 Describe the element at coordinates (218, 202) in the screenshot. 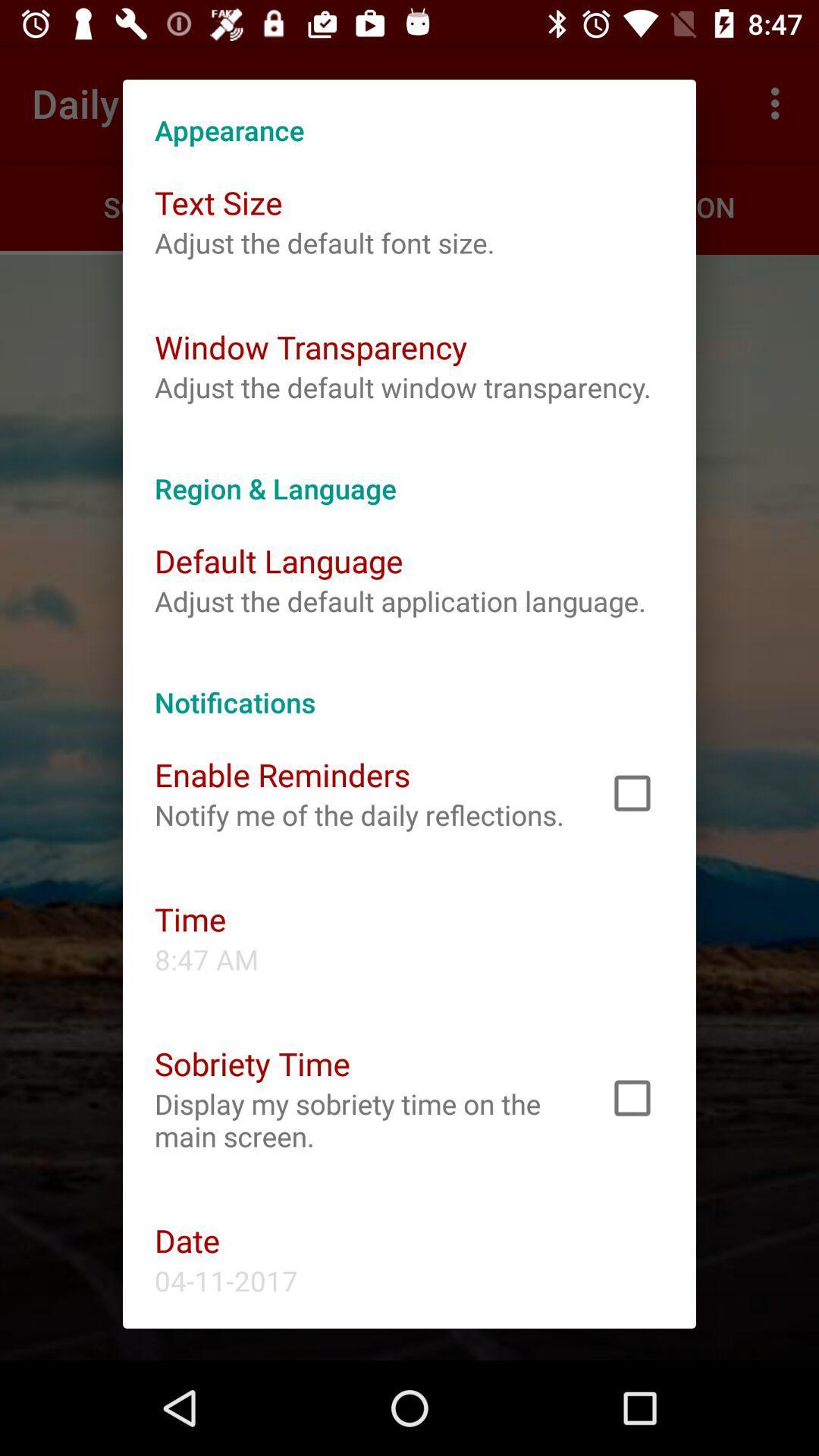

I see `the text size` at that location.